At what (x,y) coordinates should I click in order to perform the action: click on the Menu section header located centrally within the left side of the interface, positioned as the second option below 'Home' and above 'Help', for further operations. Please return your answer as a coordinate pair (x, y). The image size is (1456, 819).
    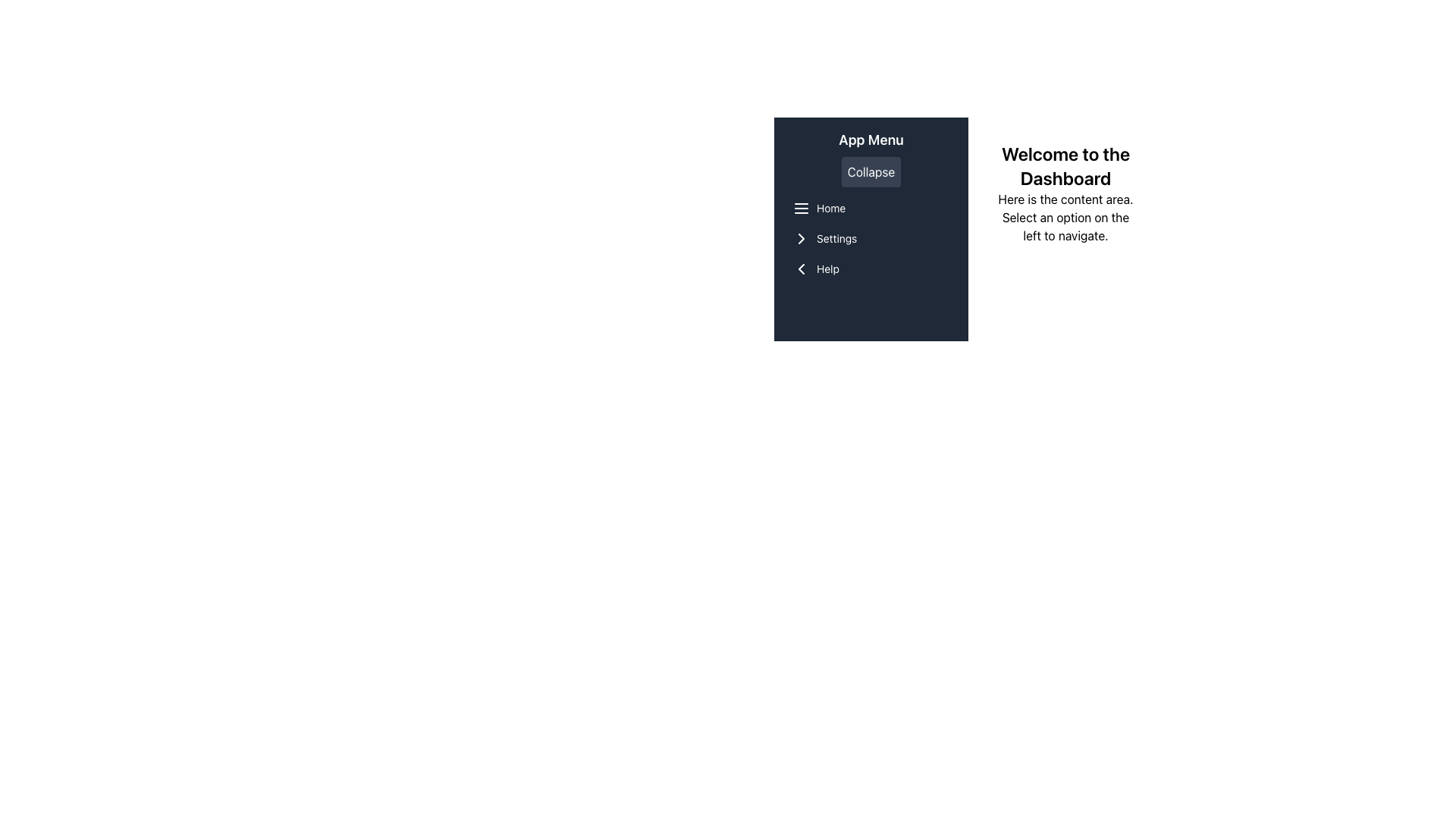
    Looking at the image, I should click on (871, 239).